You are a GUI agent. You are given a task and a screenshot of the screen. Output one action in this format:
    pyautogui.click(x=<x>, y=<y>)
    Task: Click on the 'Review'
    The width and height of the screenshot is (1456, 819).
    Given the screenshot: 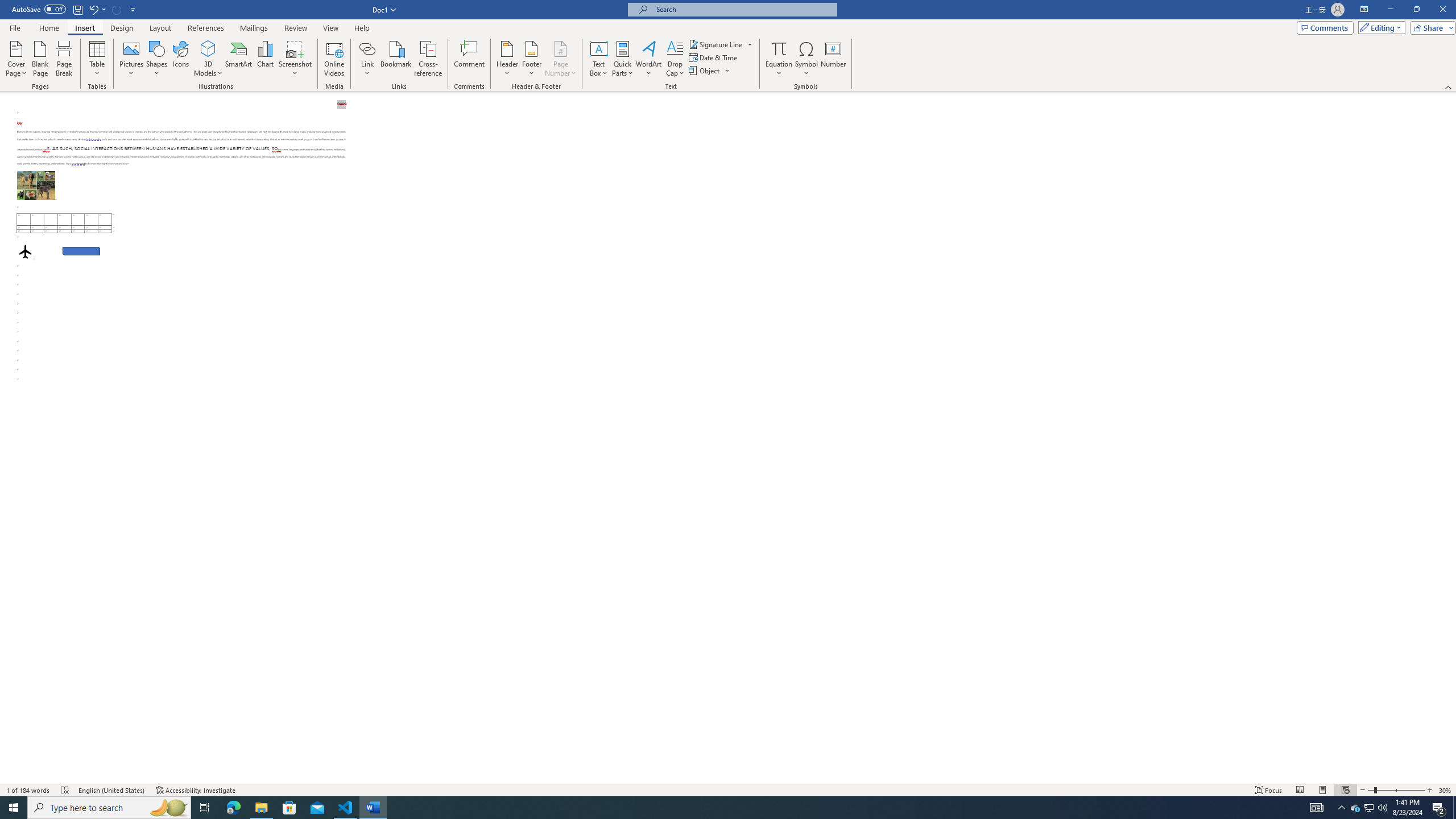 What is the action you would take?
    pyautogui.click(x=295, y=28)
    